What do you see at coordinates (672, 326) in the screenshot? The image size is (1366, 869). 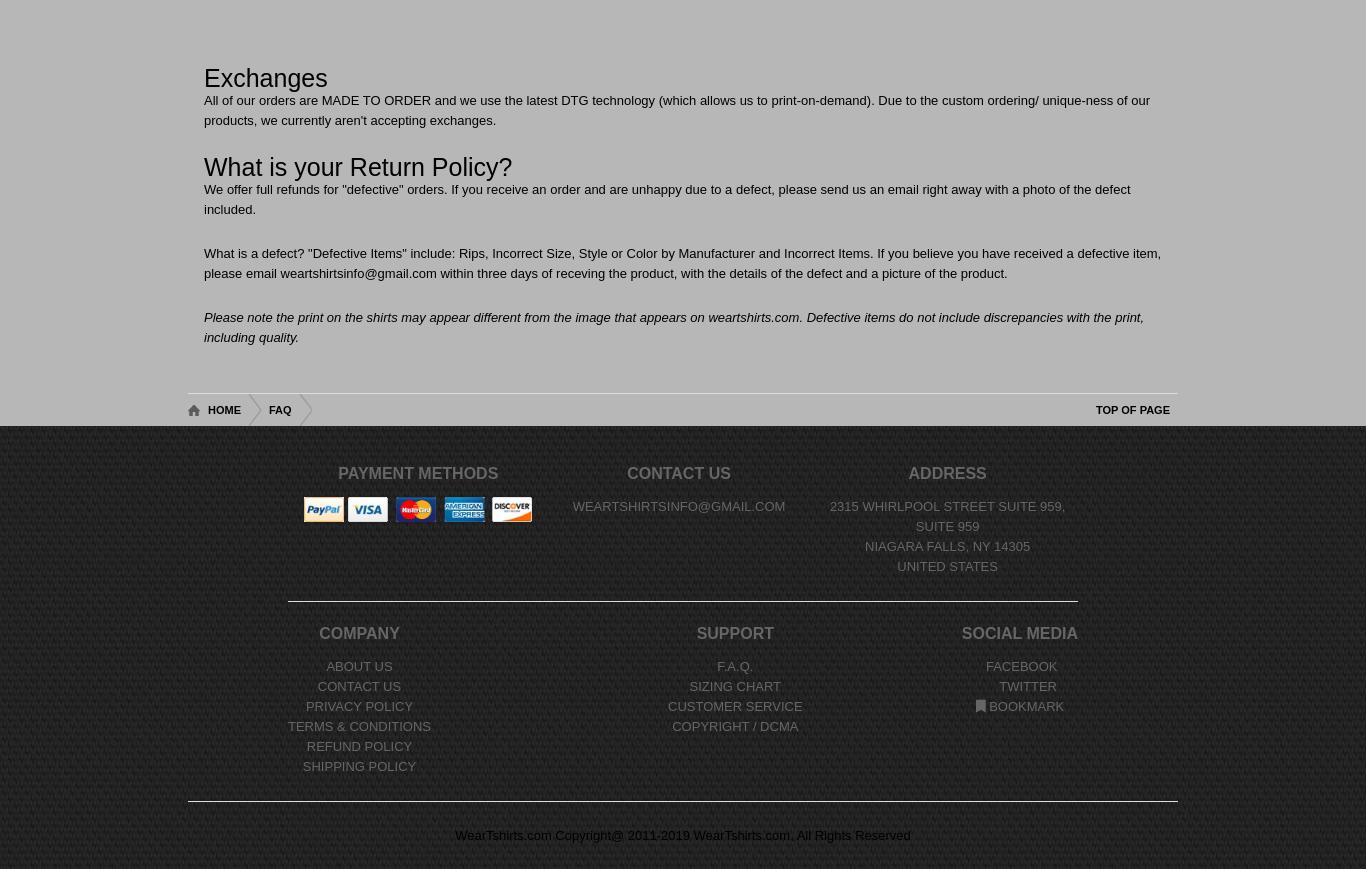 I see `'Please note the print on the shirts may appear different from the image that appears on weartshirts.com. Defective items do not include discrepancies with the print, including quality.'` at bounding box center [672, 326].